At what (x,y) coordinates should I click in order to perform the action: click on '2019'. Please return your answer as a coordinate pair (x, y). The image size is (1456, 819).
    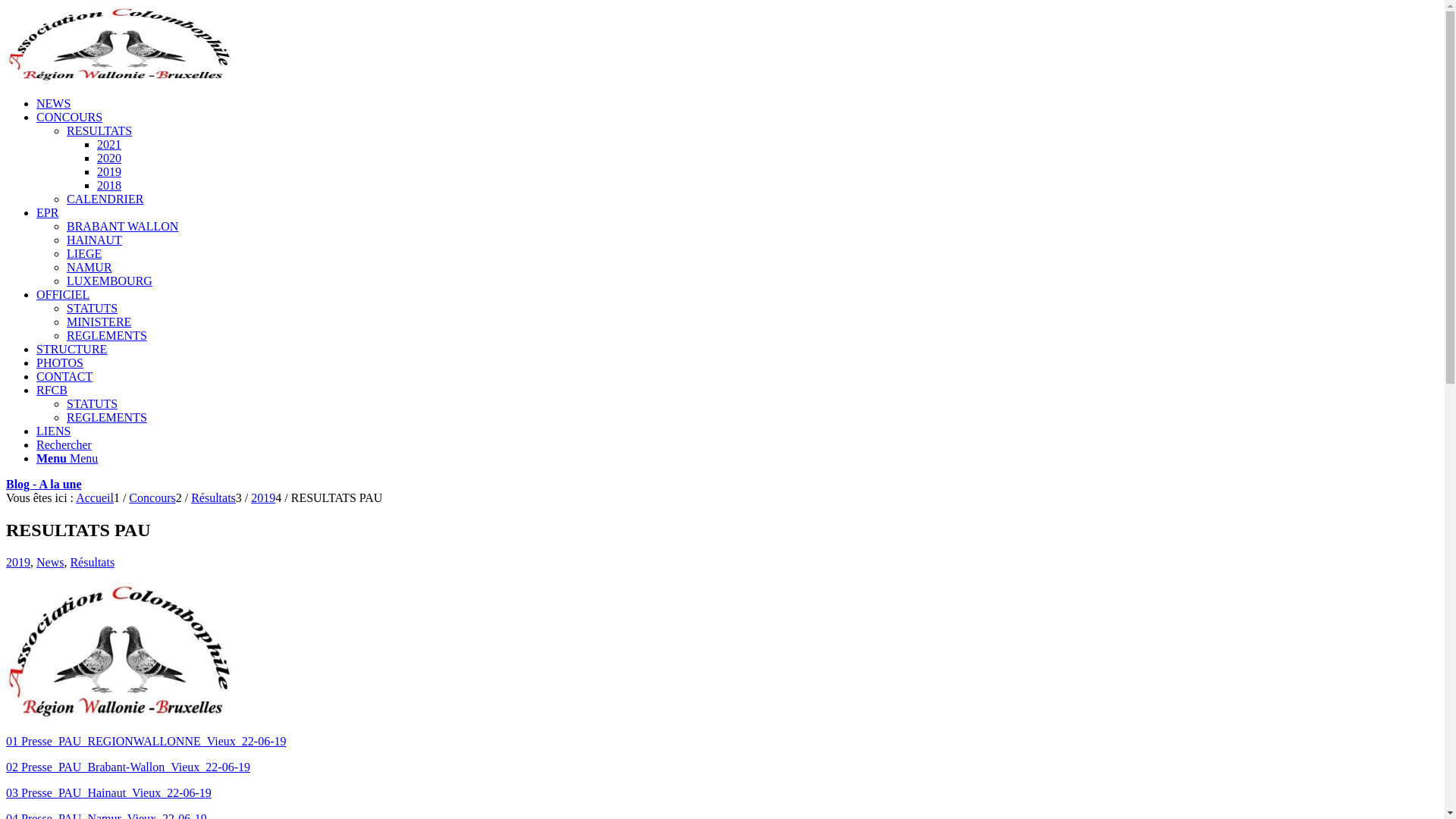
    Looking at the image, I should click on (262, 497).